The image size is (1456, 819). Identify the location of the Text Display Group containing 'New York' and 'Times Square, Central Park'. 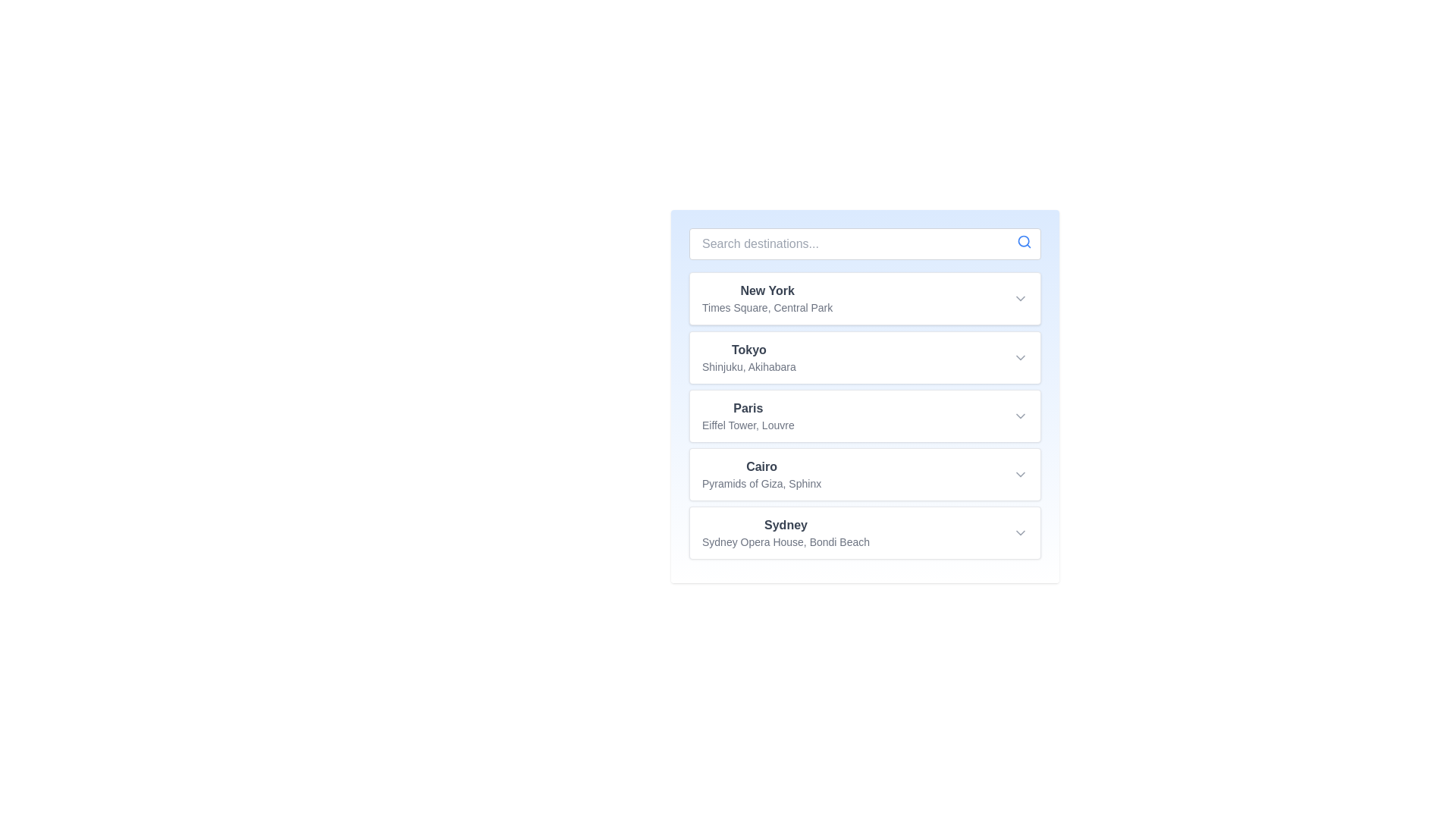
(767, 298).